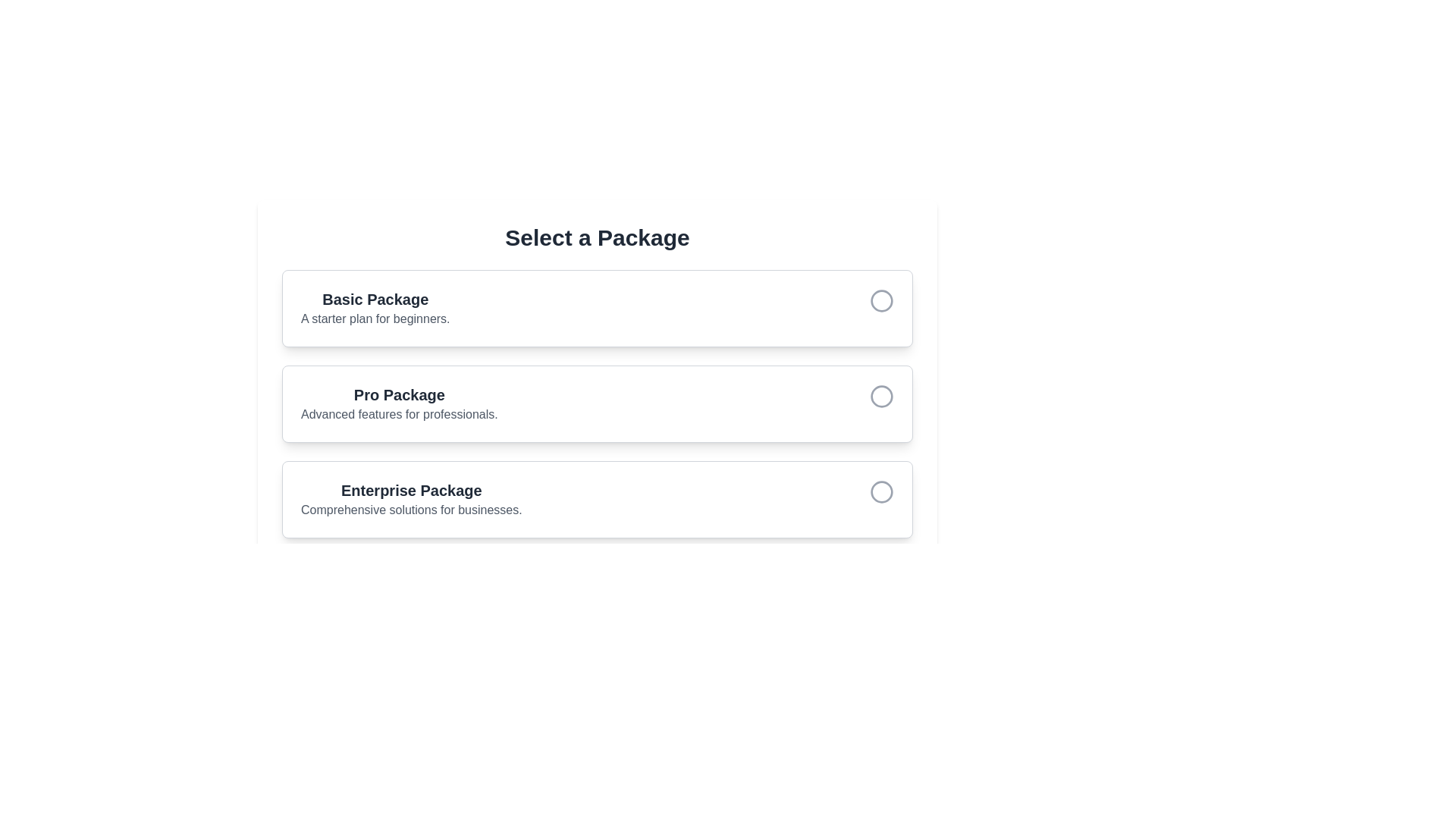  I want to click on the circular selection marker icon with a gray border located on the right side of the 'Pro Package' section, so click(881, 403).